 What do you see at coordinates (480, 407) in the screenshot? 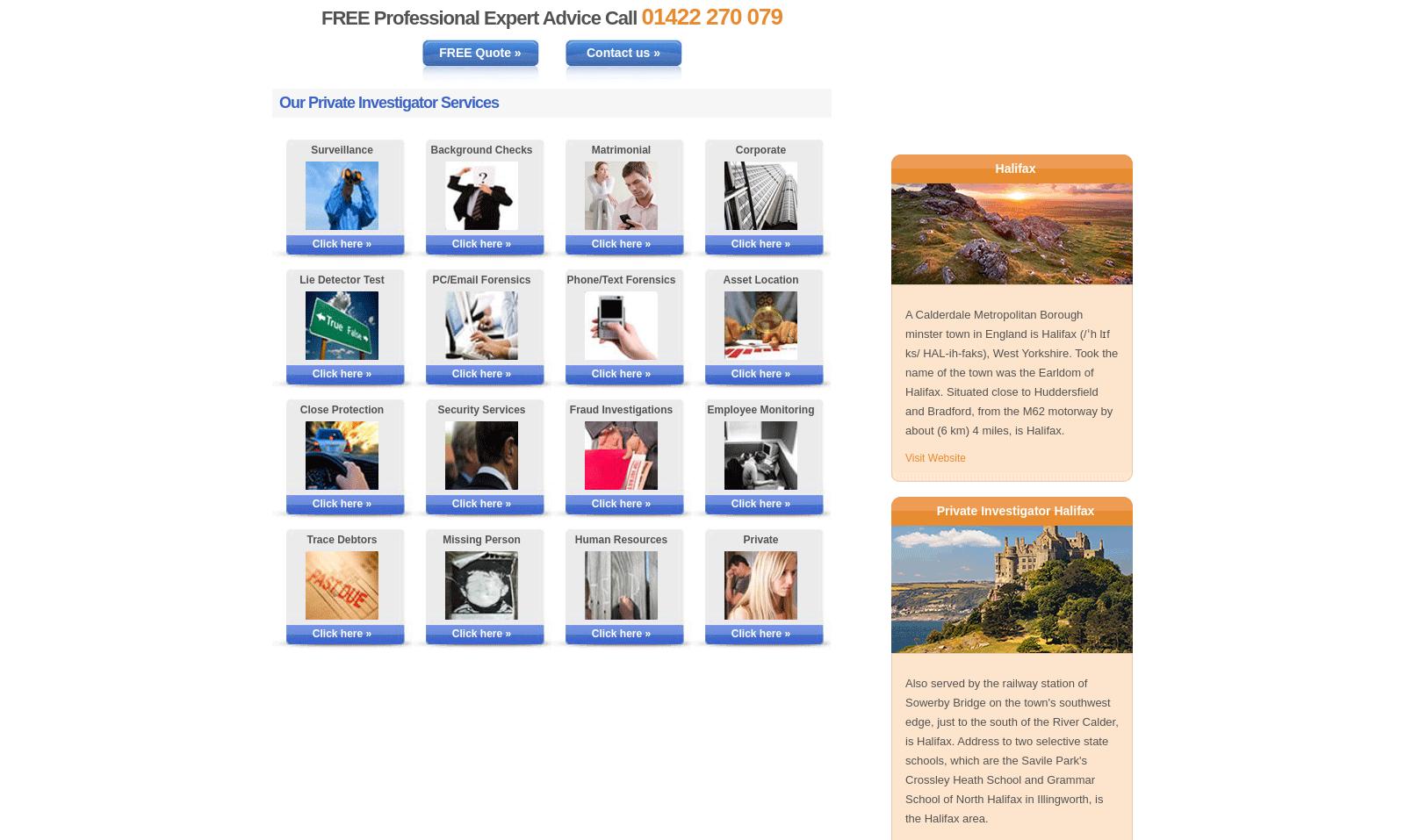
I see `'Security Services'` at bounding box center [480, 407].